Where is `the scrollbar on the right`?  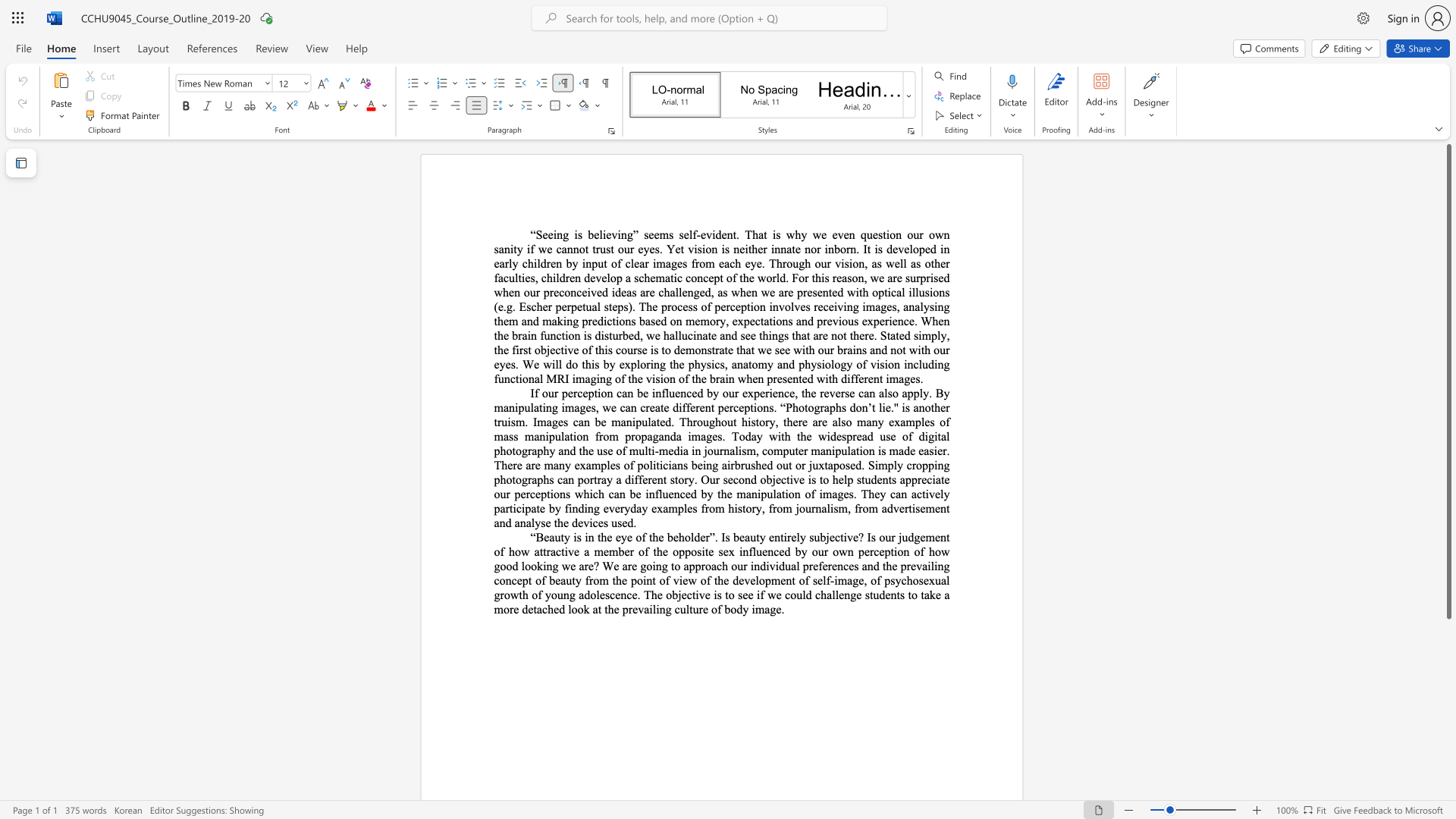 the scrollbar on the right is located at coordinates (1448, 659).